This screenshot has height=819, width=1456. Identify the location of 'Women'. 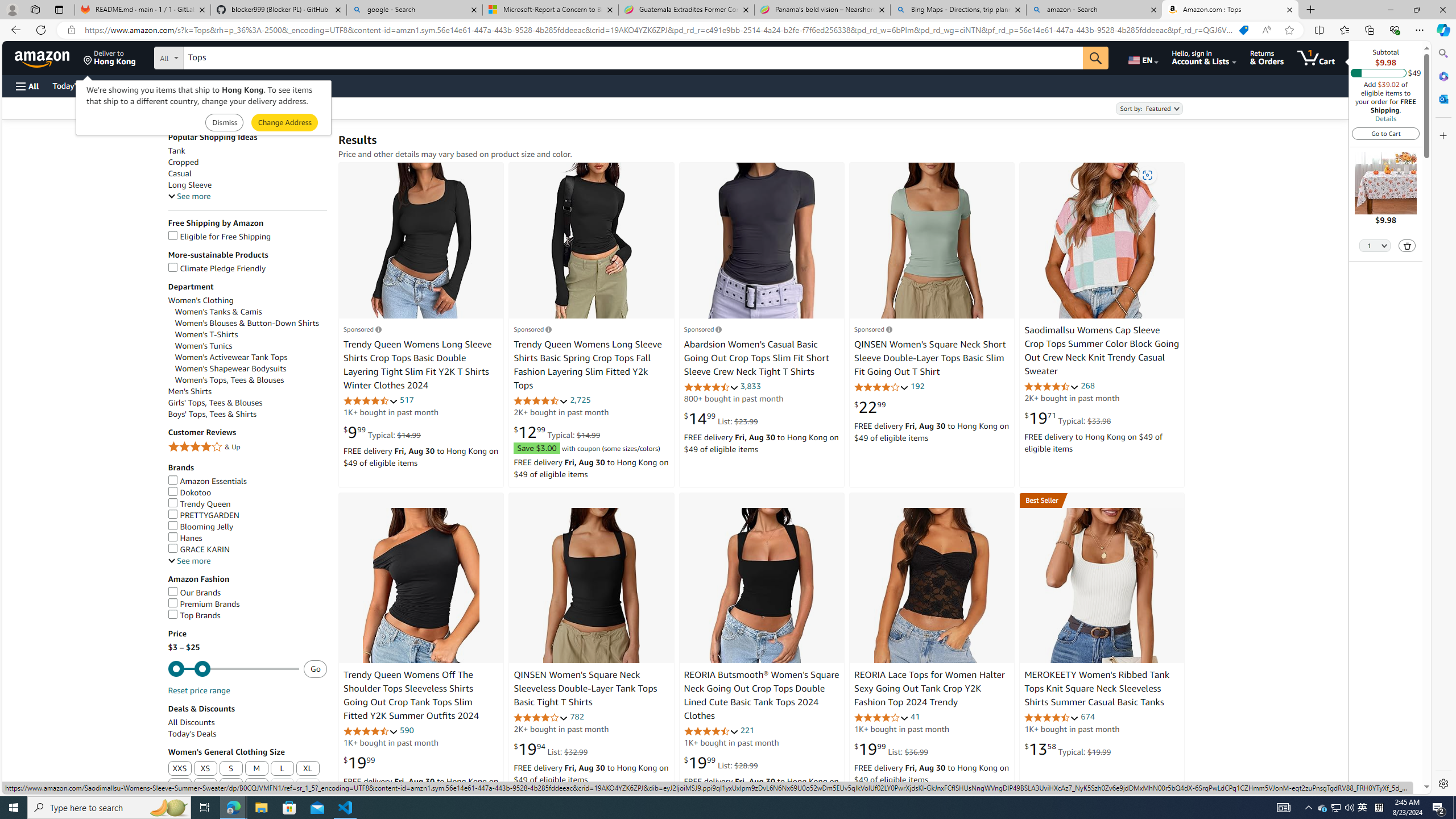
(246, 322).